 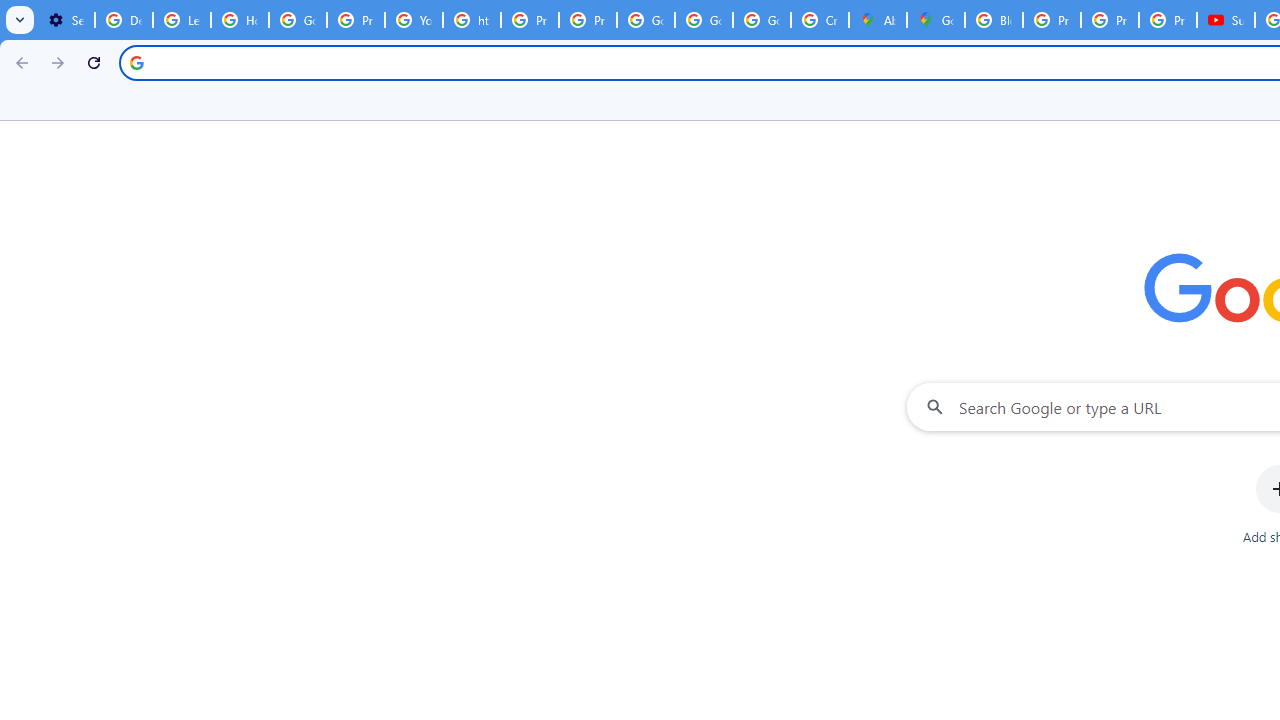 What do you see at coordinates (819, 20) in the screenshot?
I see `'Create your Google Account'` at bounding box center [819, 20].